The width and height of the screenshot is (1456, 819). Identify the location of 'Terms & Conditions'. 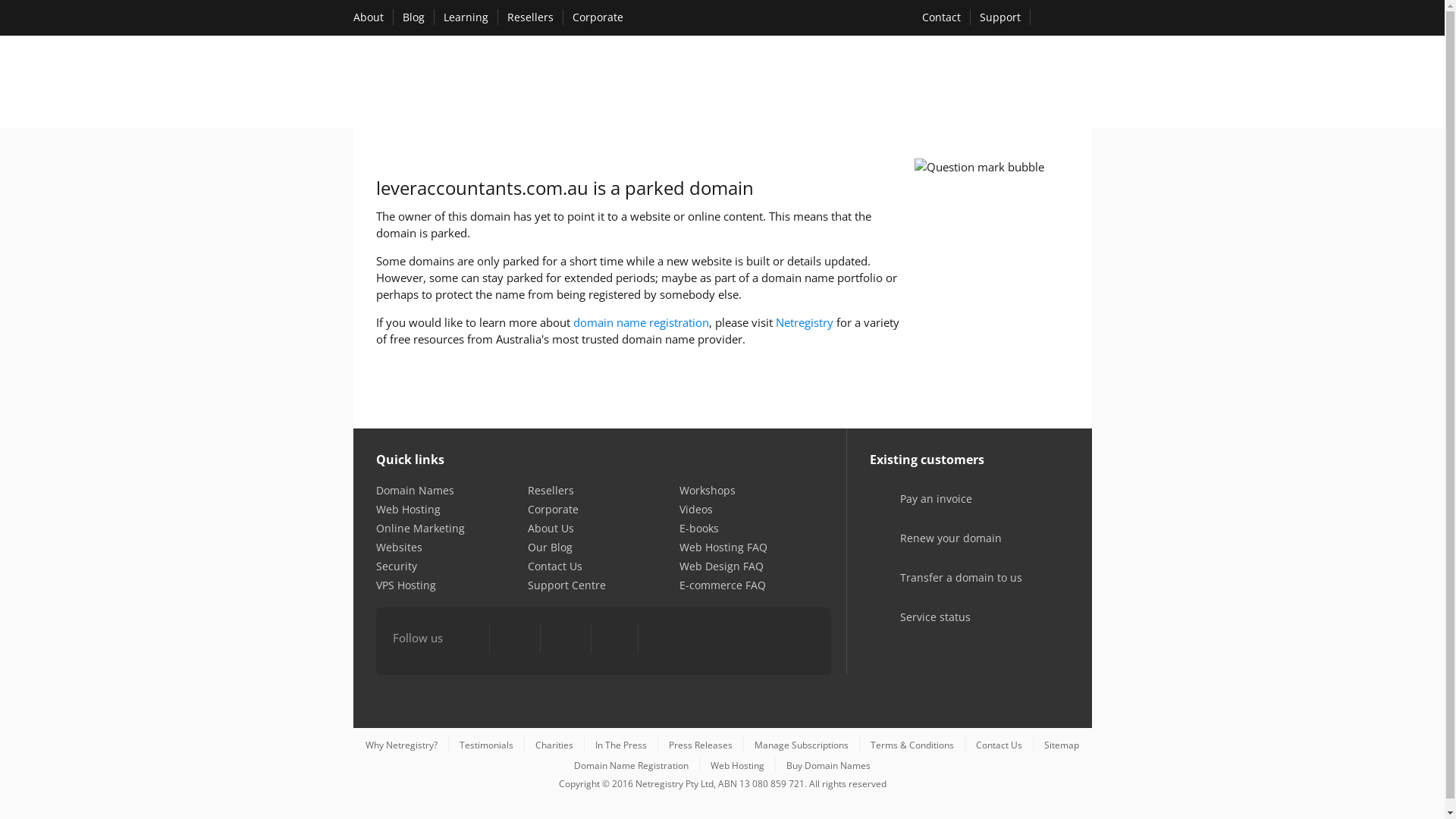
(912, 744).